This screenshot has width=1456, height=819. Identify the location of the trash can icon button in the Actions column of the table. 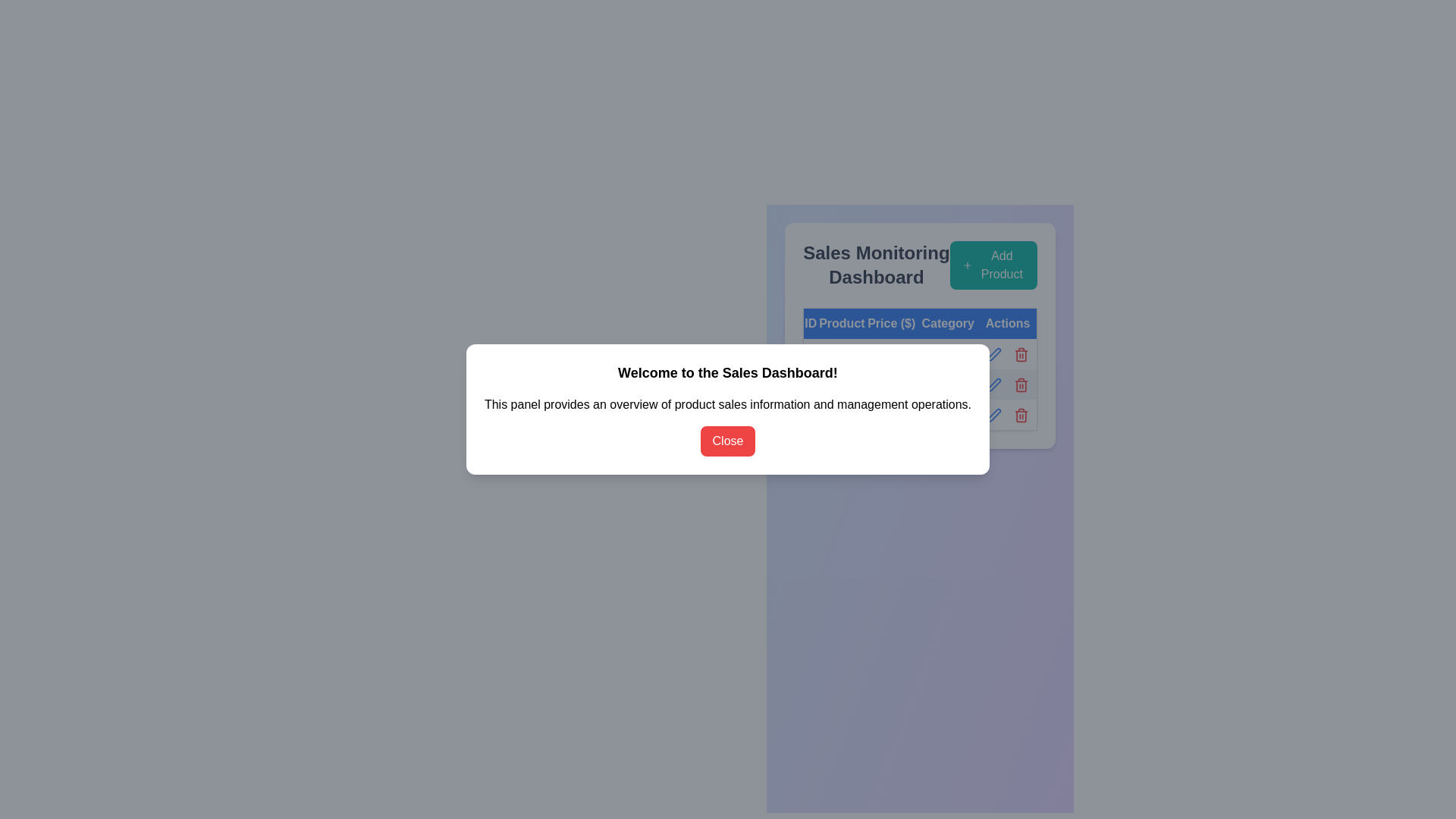
(1008, 415).